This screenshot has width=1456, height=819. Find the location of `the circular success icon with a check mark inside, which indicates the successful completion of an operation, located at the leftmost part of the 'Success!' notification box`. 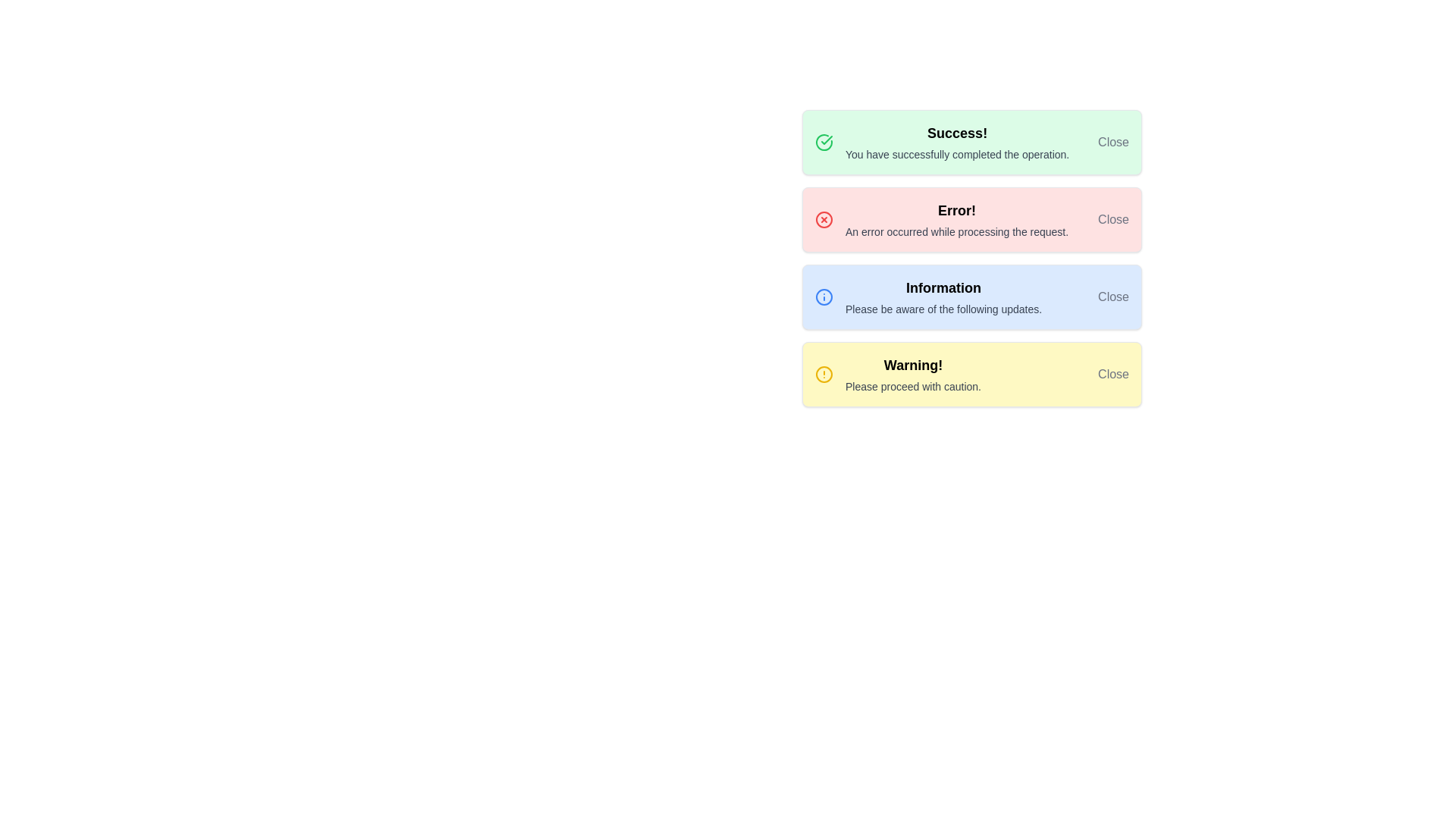

the circular success icon with a check mark inside, which indicates the successful completion of an operation, located at the leftmost part of the 'Success!' notification box is located at coordinates (823, 143).